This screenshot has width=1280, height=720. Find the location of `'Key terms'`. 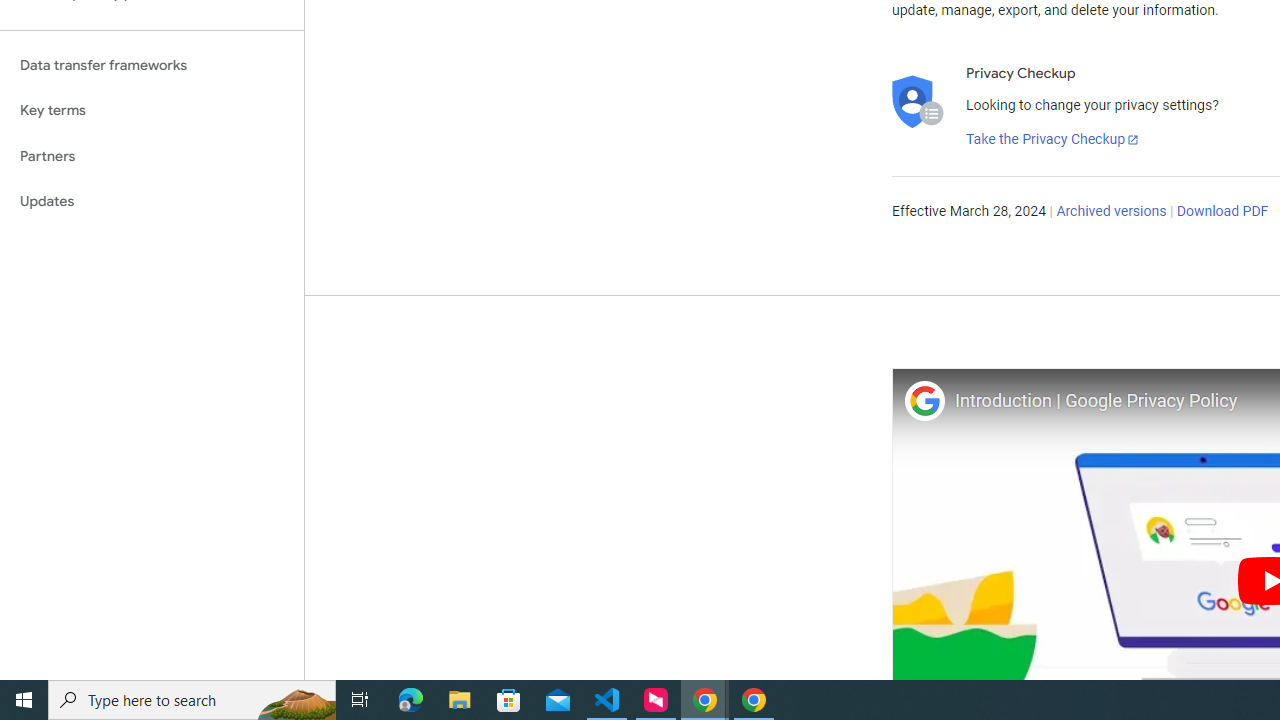

'Key terms' is located at coordinates (151, 110).